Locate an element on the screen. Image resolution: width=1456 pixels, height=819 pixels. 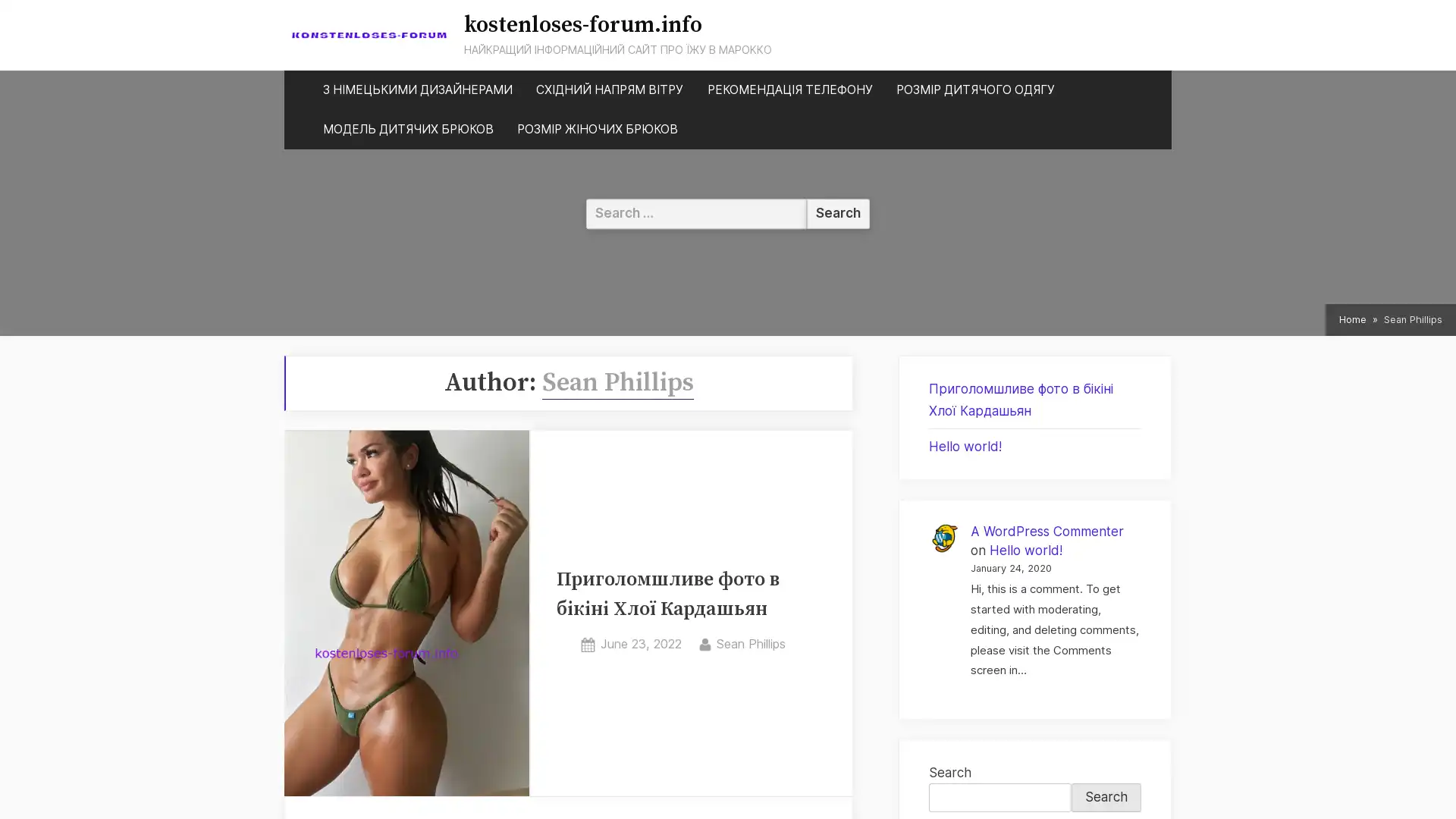
Search is located at coordinates (1106, 796).